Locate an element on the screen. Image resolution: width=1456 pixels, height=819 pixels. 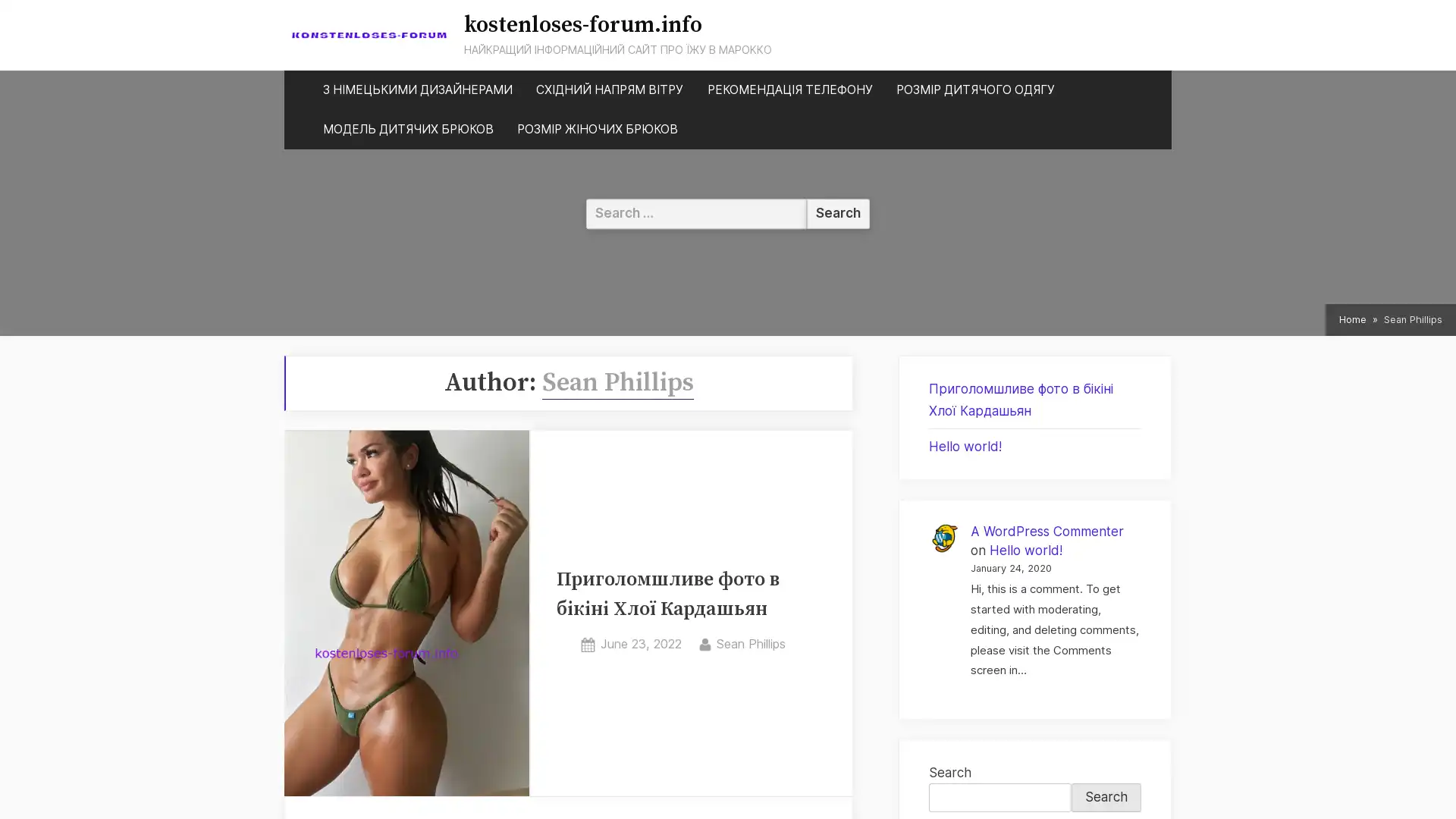
Search is located at coordinates (1106, 796).